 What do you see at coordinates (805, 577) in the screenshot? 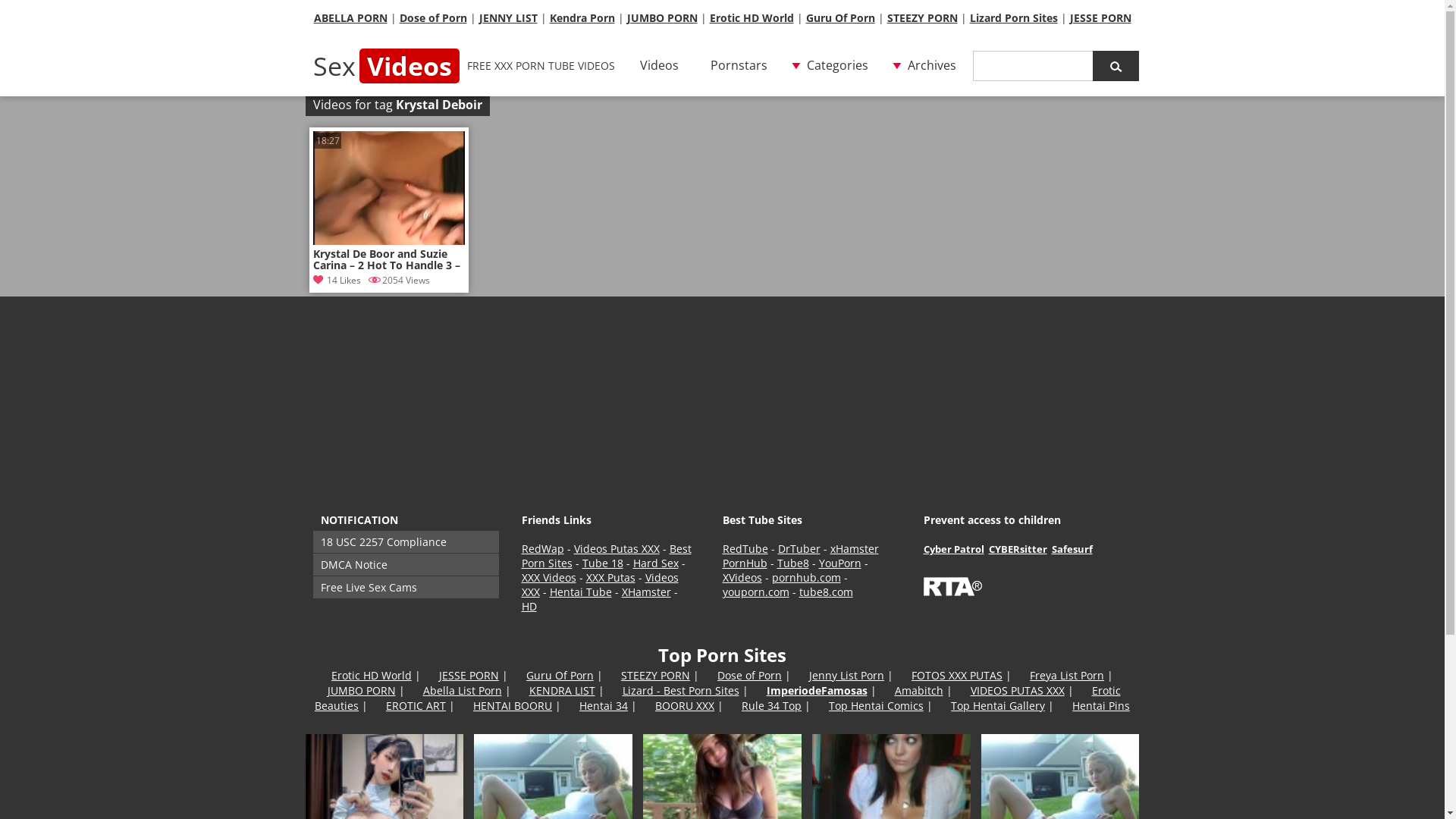
I see `'pornhub.com'` at bounding box center [805, 577].